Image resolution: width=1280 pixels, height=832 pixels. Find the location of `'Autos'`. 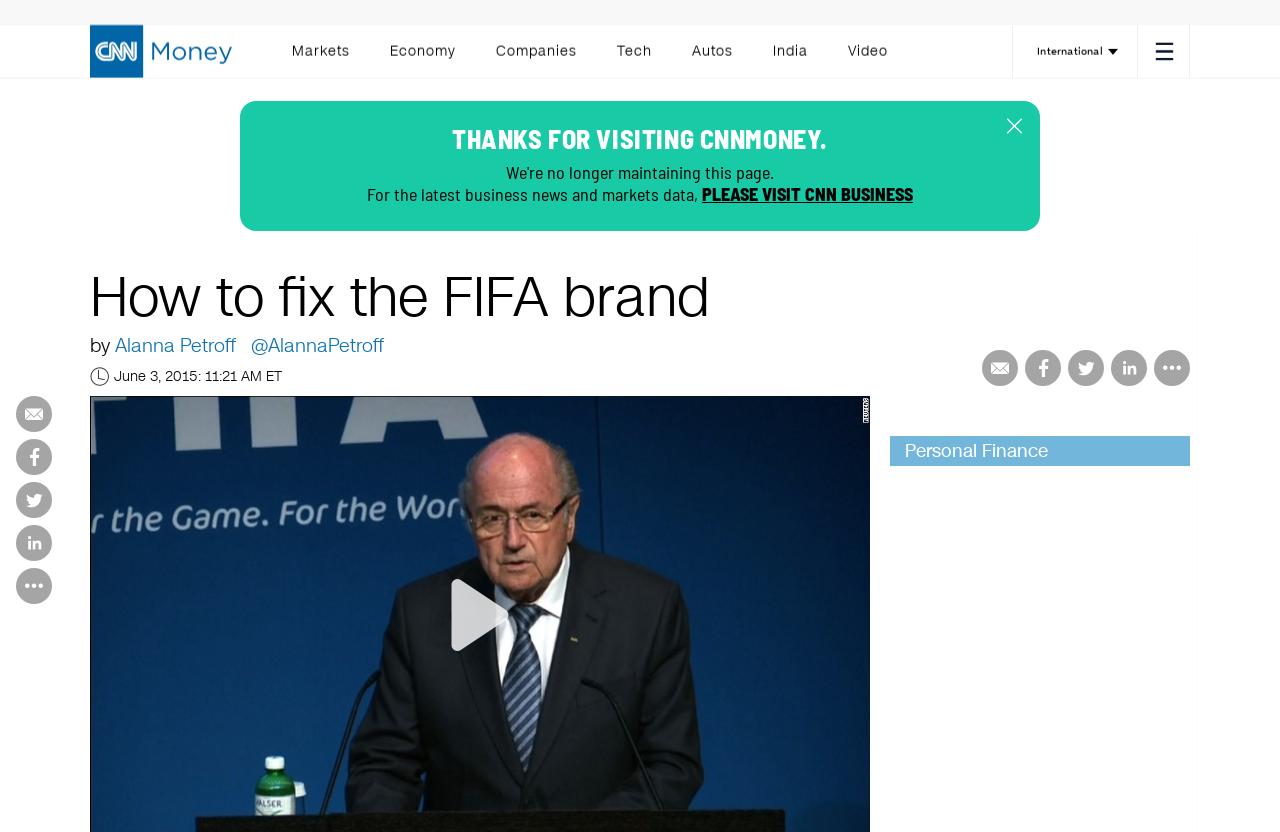

'Autos' is located at coordinates (690, 56).